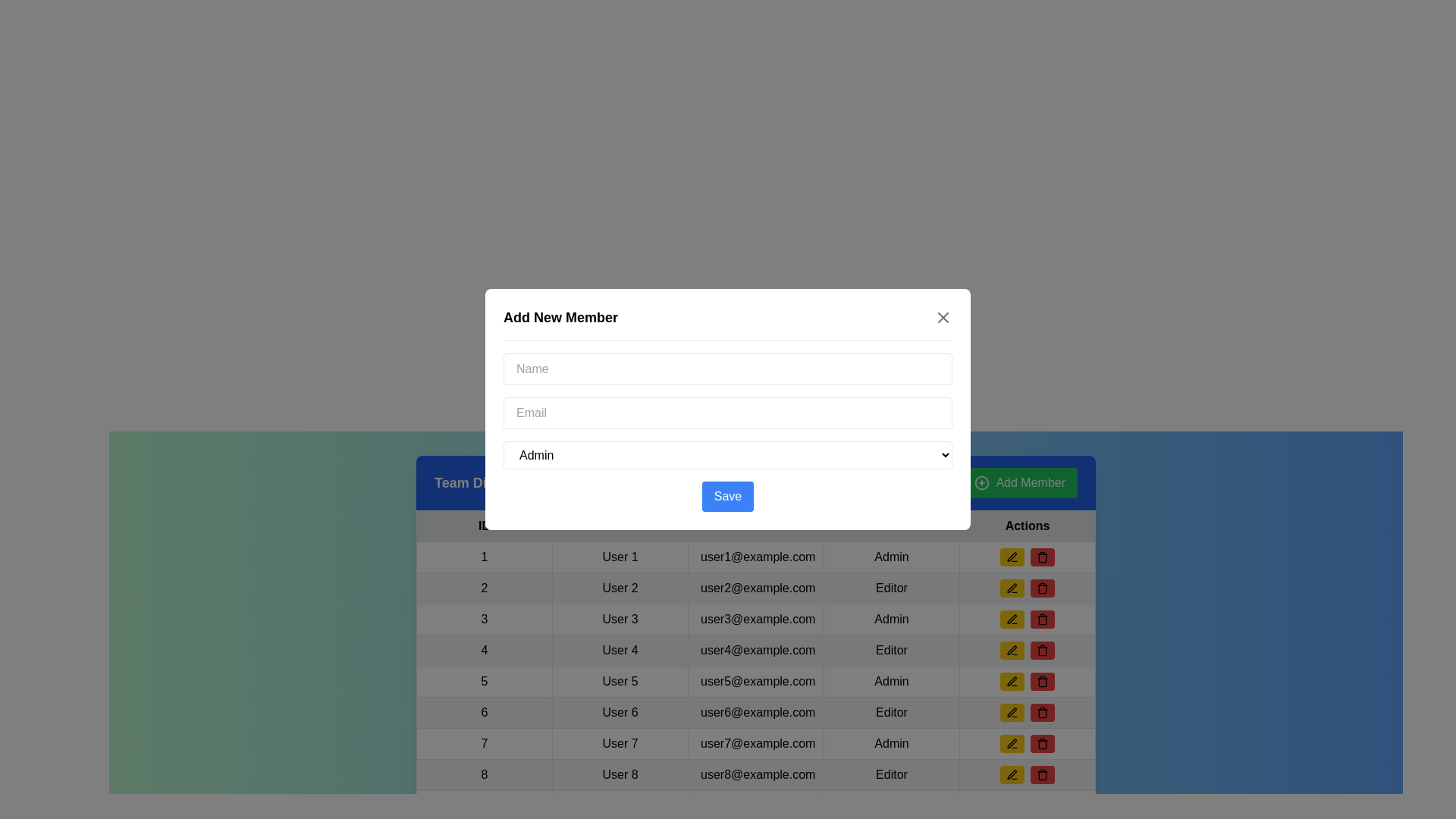 The width and height of the screenshot is (1456, 819). Describe the element at coordinates (483, 620) in the screenshot. I see `the text display element containing the number '3' in the first column of the Team Details table, corresponding to 'User 3'` at that location.